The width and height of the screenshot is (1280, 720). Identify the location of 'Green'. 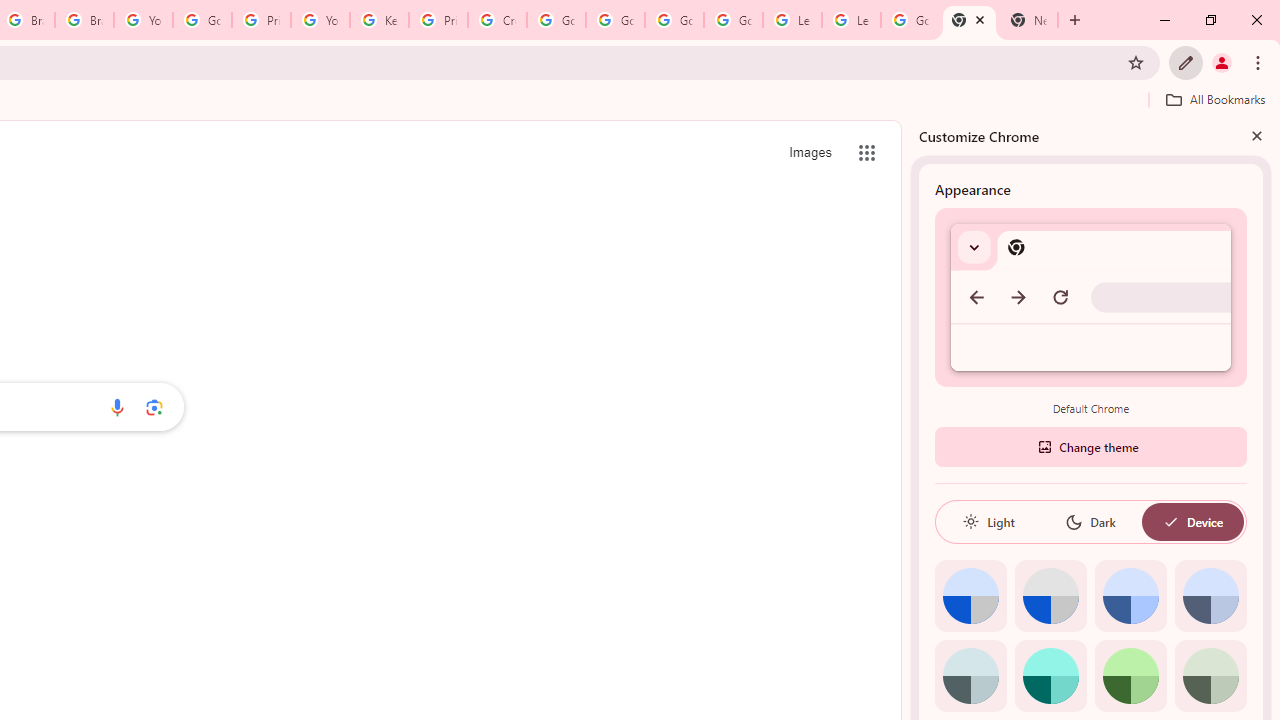
(1130, 675).